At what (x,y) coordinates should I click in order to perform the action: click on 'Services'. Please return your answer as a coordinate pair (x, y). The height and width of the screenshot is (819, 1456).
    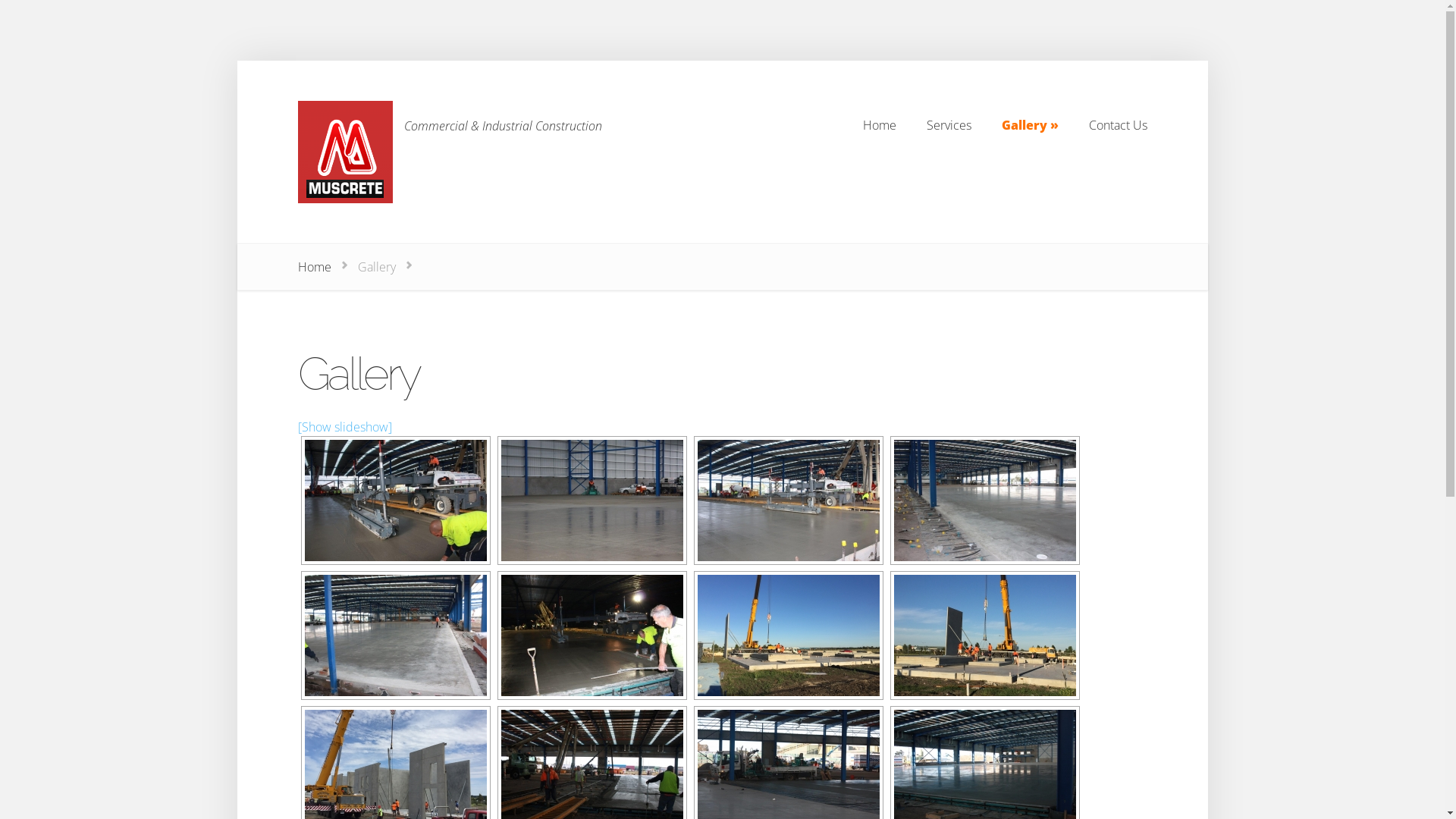
    Looking at the image, I should click on (948, 124).